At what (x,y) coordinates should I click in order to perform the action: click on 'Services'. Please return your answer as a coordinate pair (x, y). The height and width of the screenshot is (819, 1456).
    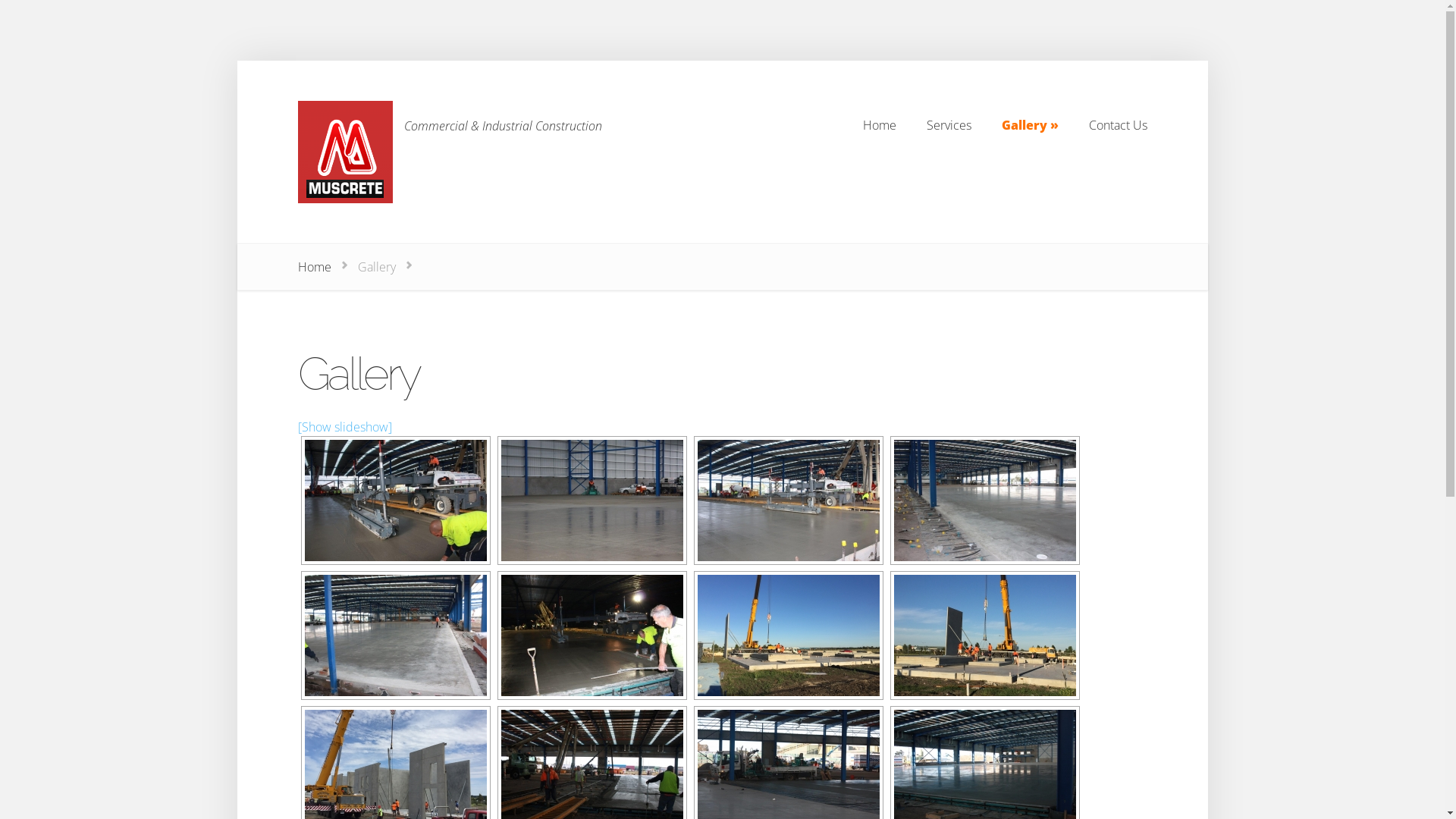
    Looking at the image, I should click on (948, 124).